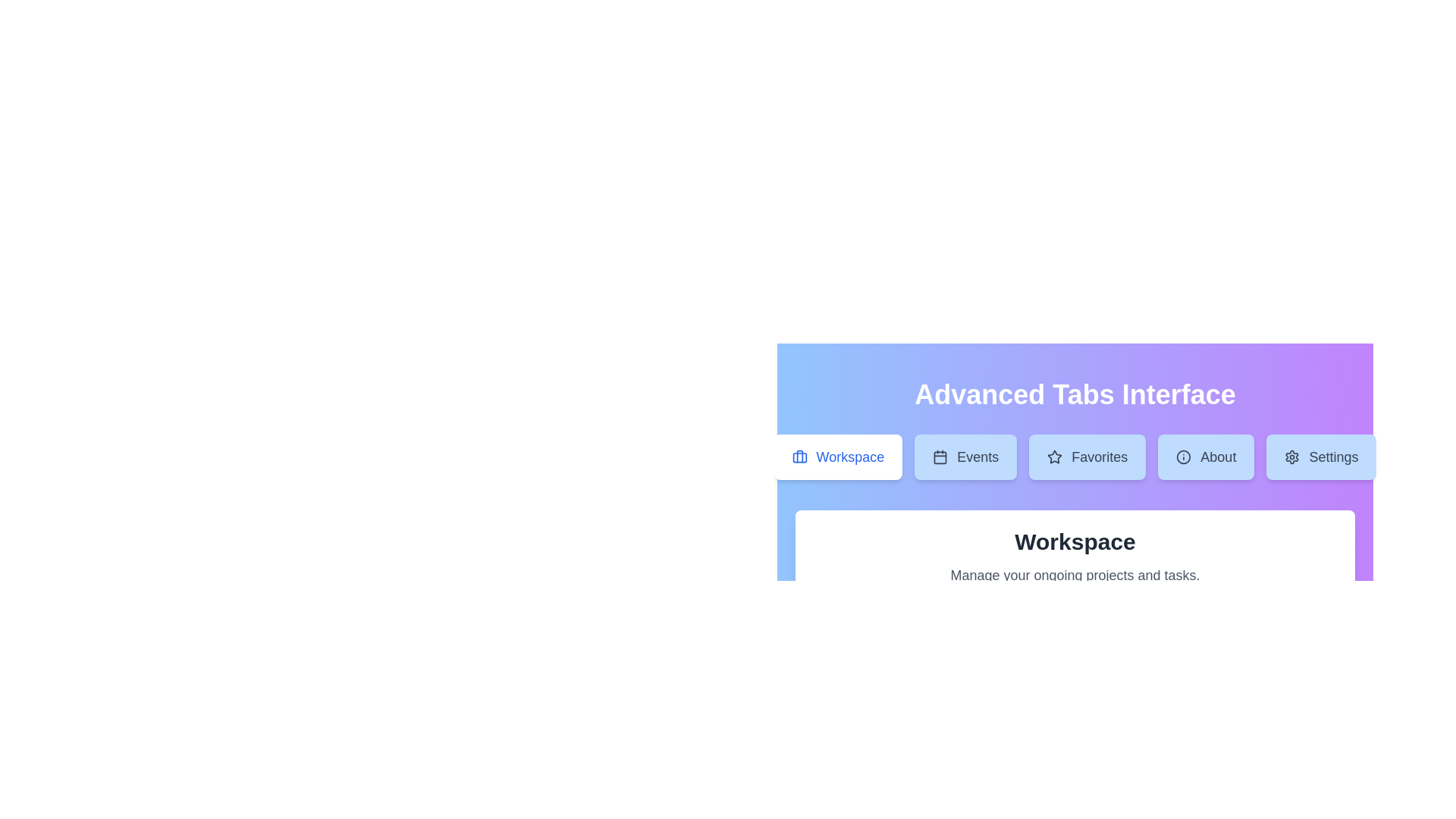  Describe the element at coordinates (1074, 462) in the screenshot. I see `the 'Favorites' navigation button, which is the third button in a horizontal list located below the 'Advanced Tabs Interface' heading` at that location.